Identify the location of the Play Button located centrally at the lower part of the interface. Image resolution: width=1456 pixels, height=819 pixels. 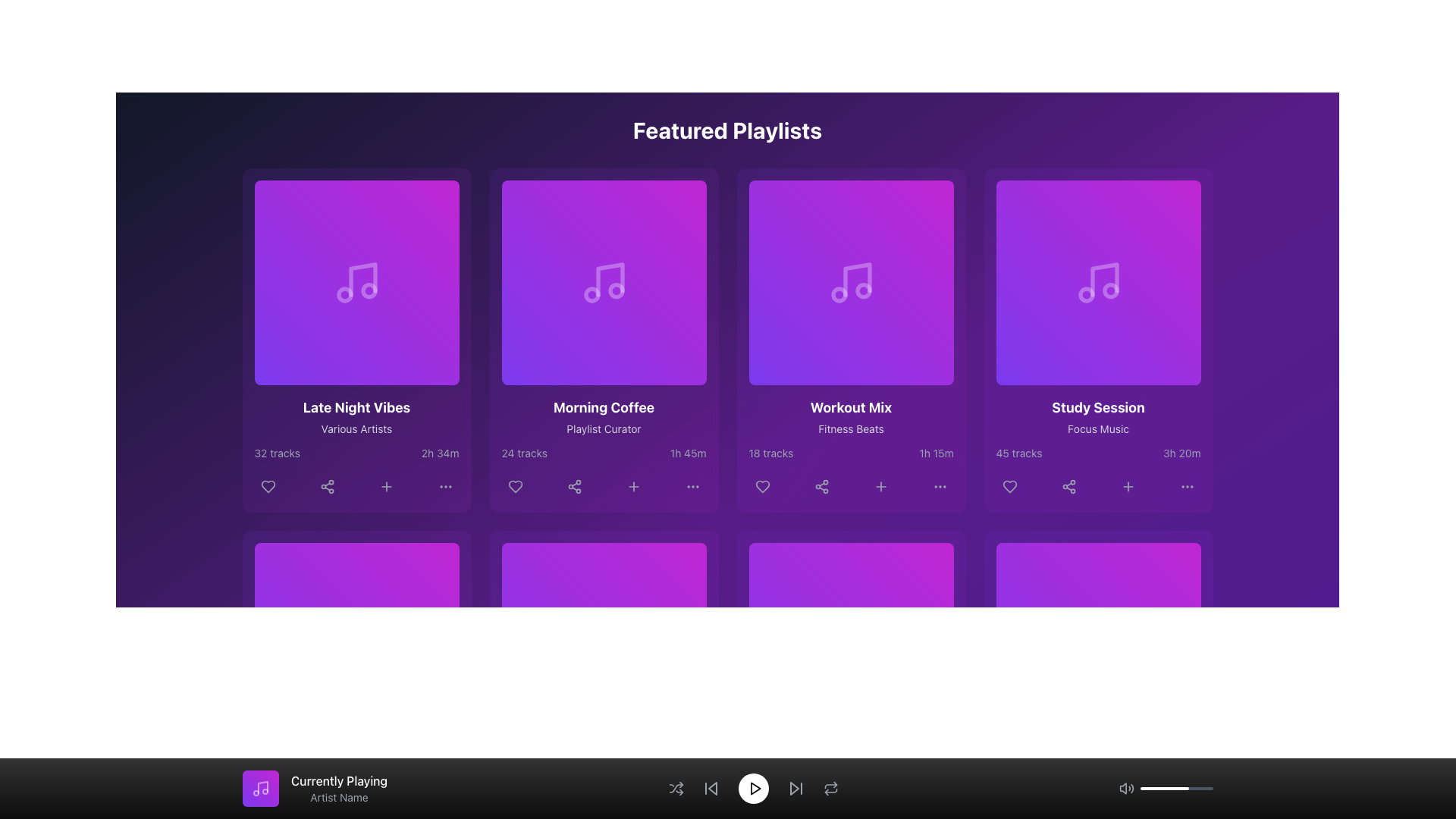
(853, 645).